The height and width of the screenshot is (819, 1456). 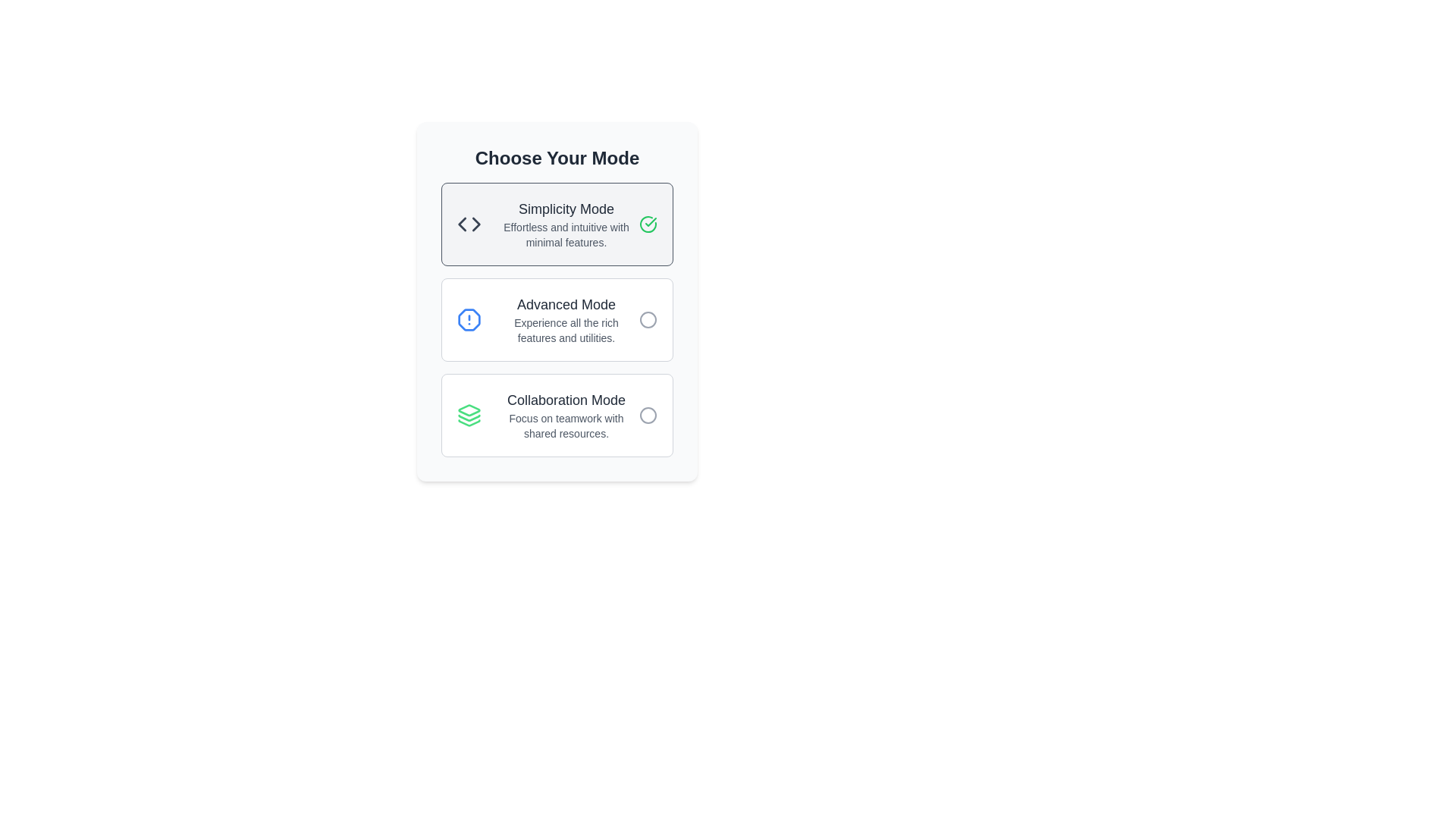 What do you see at coordinates (556, 301) in the screenshot?
I see `one of the mode buttons in the 'Choose Your Mode' card menu` at bounding box center [556, 301].